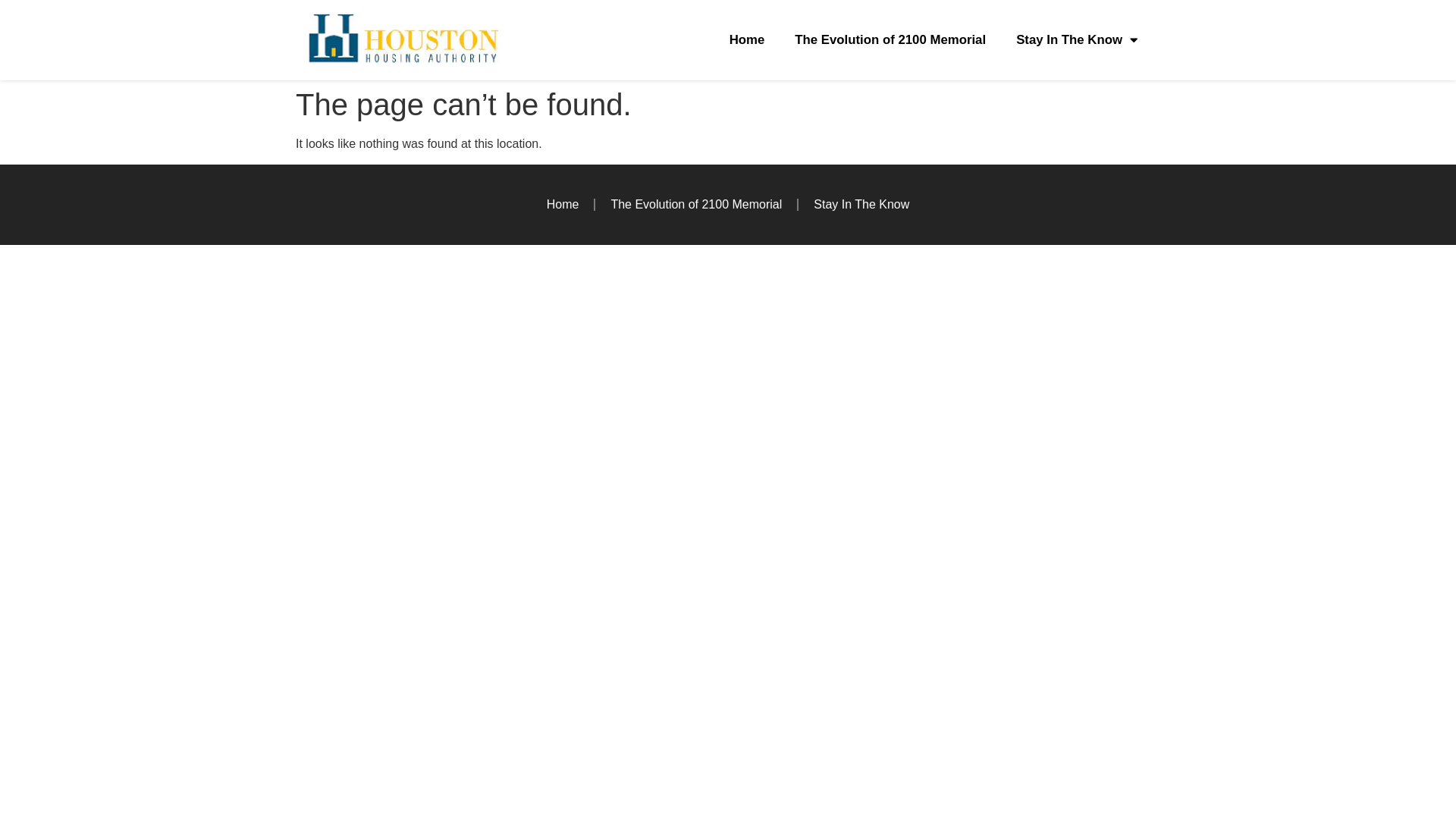  What do you see at coordinates (695, 205) in the screenshot?
I see `'The Evolution of 2100 Memorial'` at bounding box center [695, 205].